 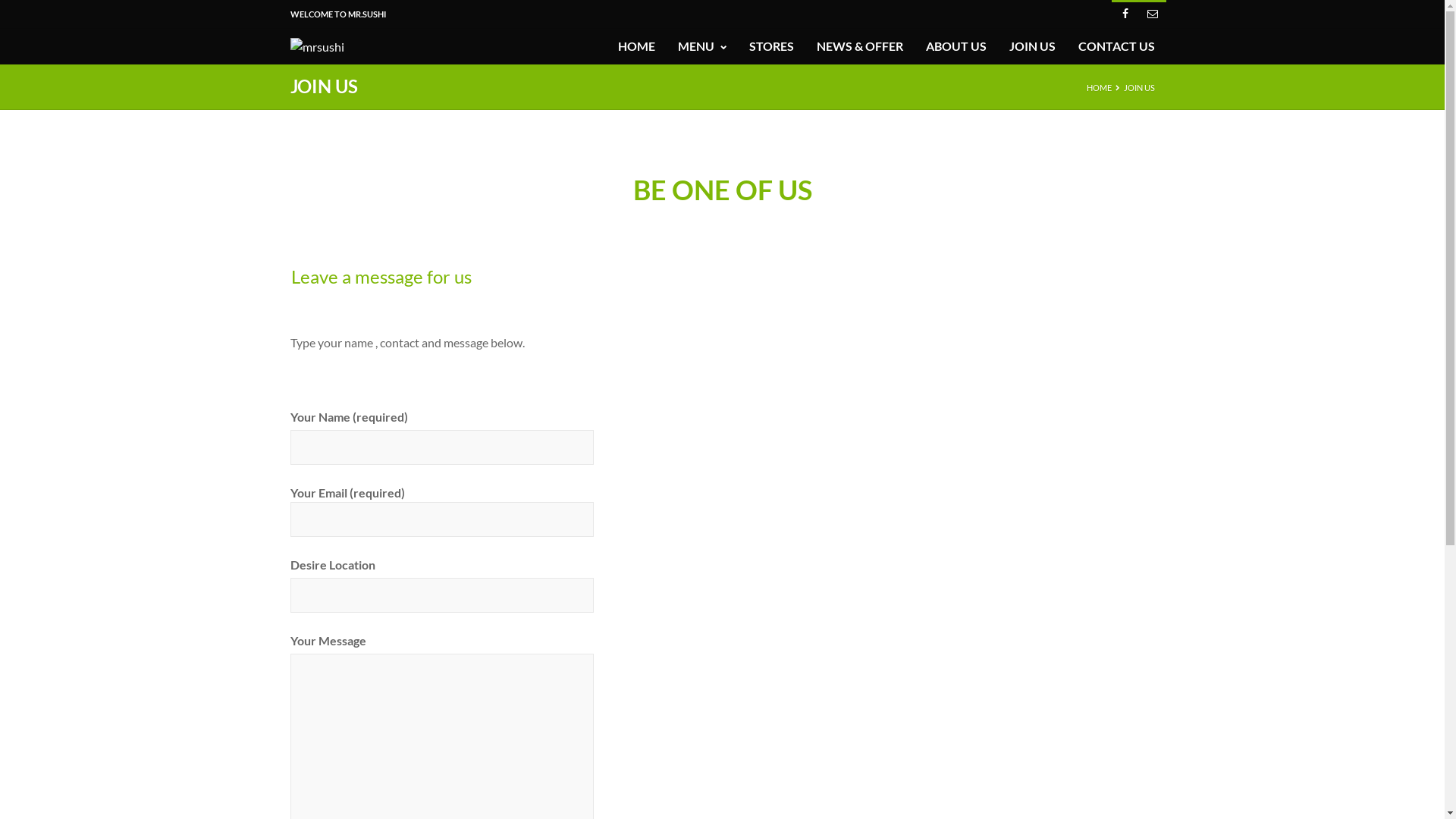 I want to click on 'STORES', so click(x=771, y=45).